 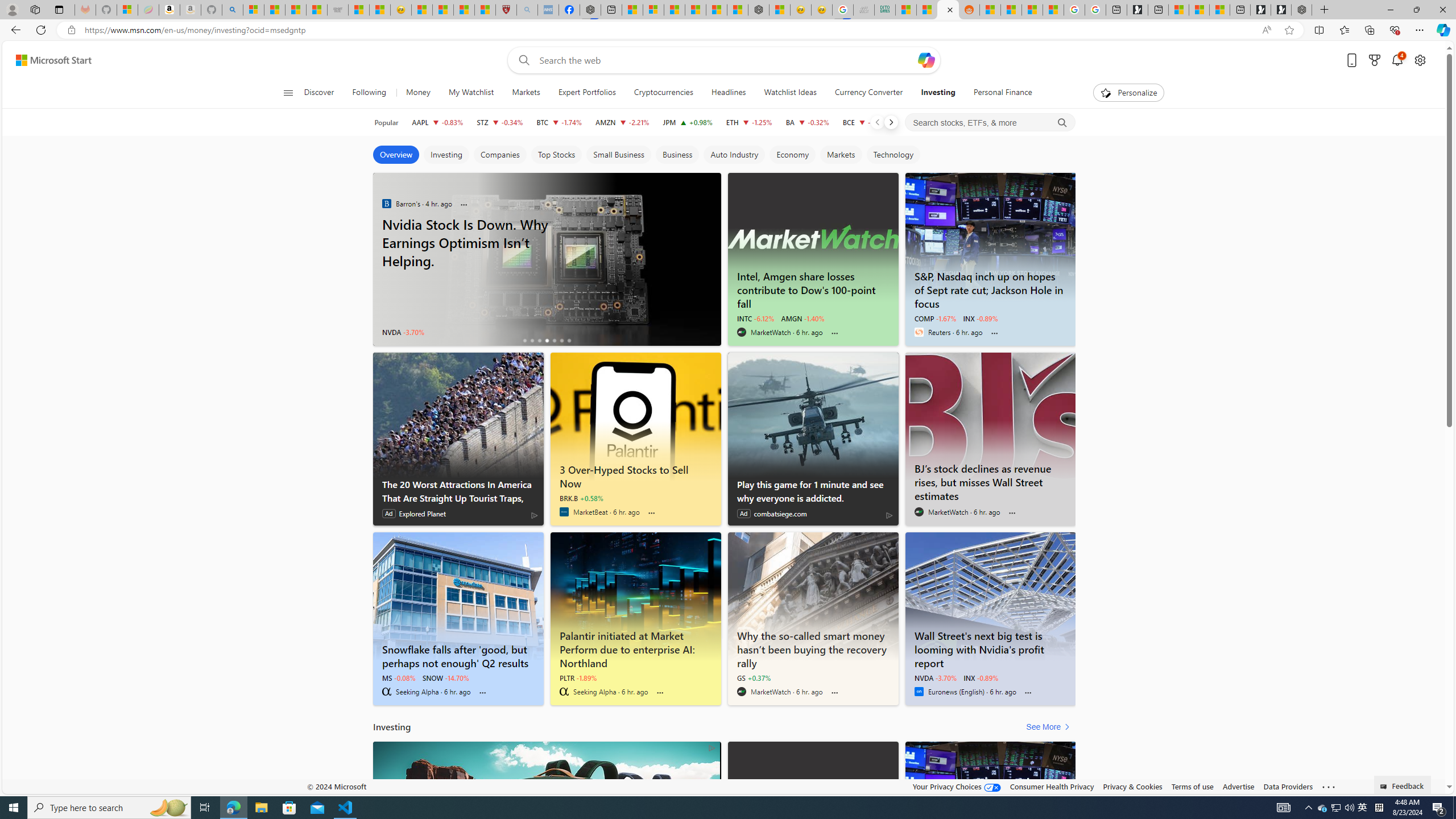 What do you see at coordinates (1137, 9) in the screenshot?
I see `'Microsoft Start Gaming'` at bounding box center [1137, 9].